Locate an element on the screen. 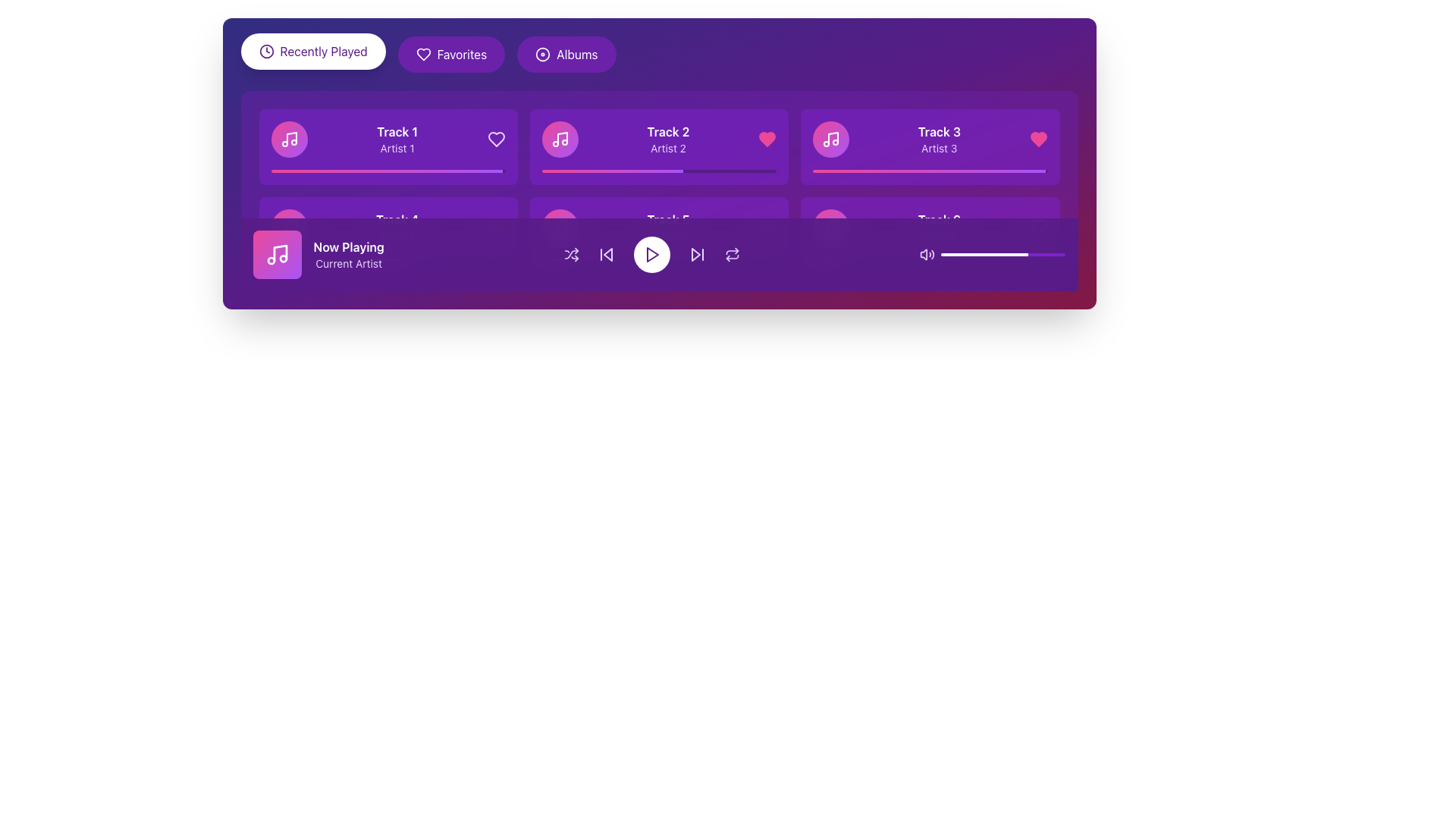 The image size is (1456, 819). the stem of the music note within the music icon located in the top left corner of the second card (Track 2, Artist 2) is located at coordinates (561, 138).